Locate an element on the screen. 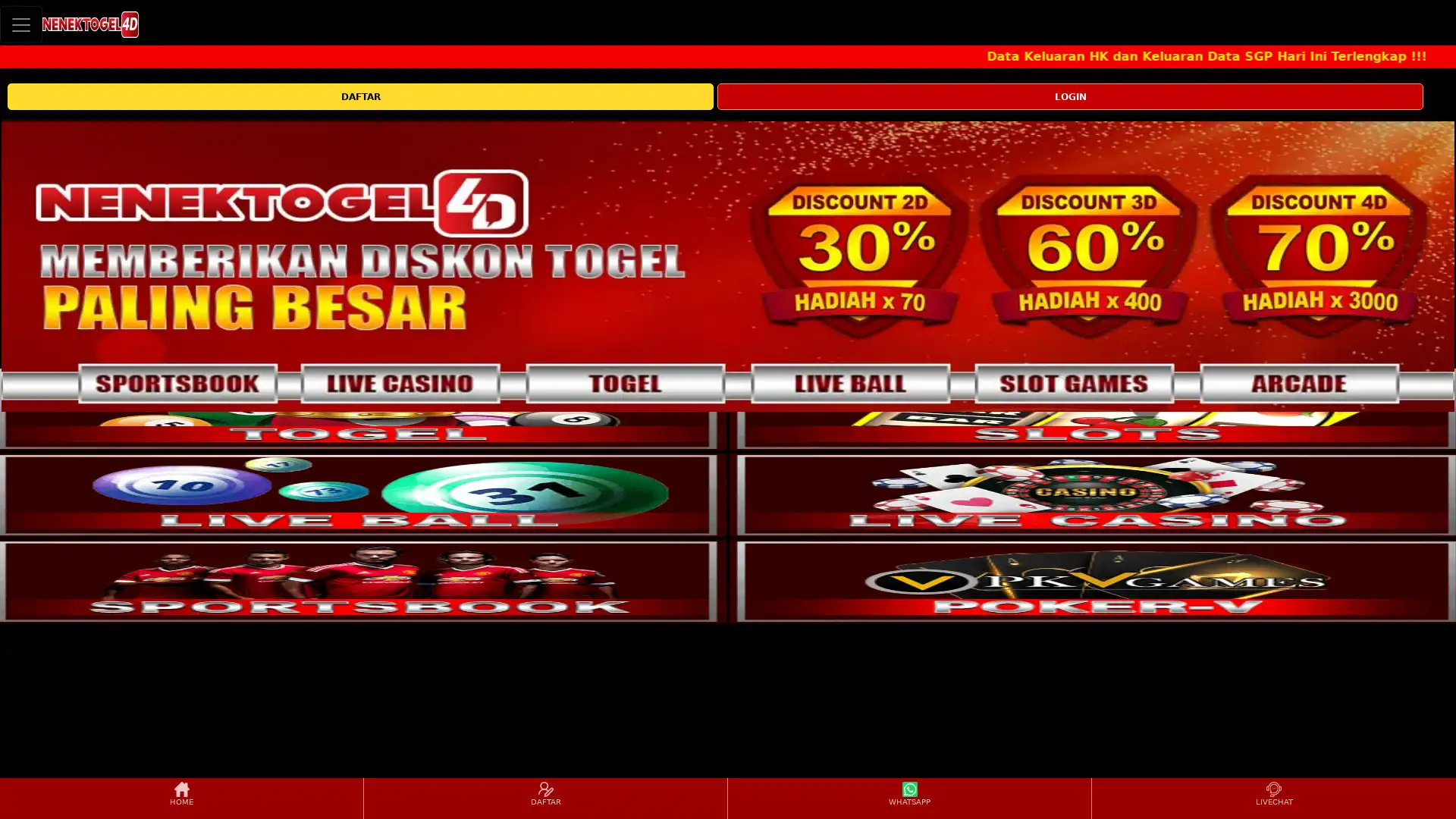 The width and height of the screenshot is (1456, 819). DAFTAR is located at coordinates (359, 96).